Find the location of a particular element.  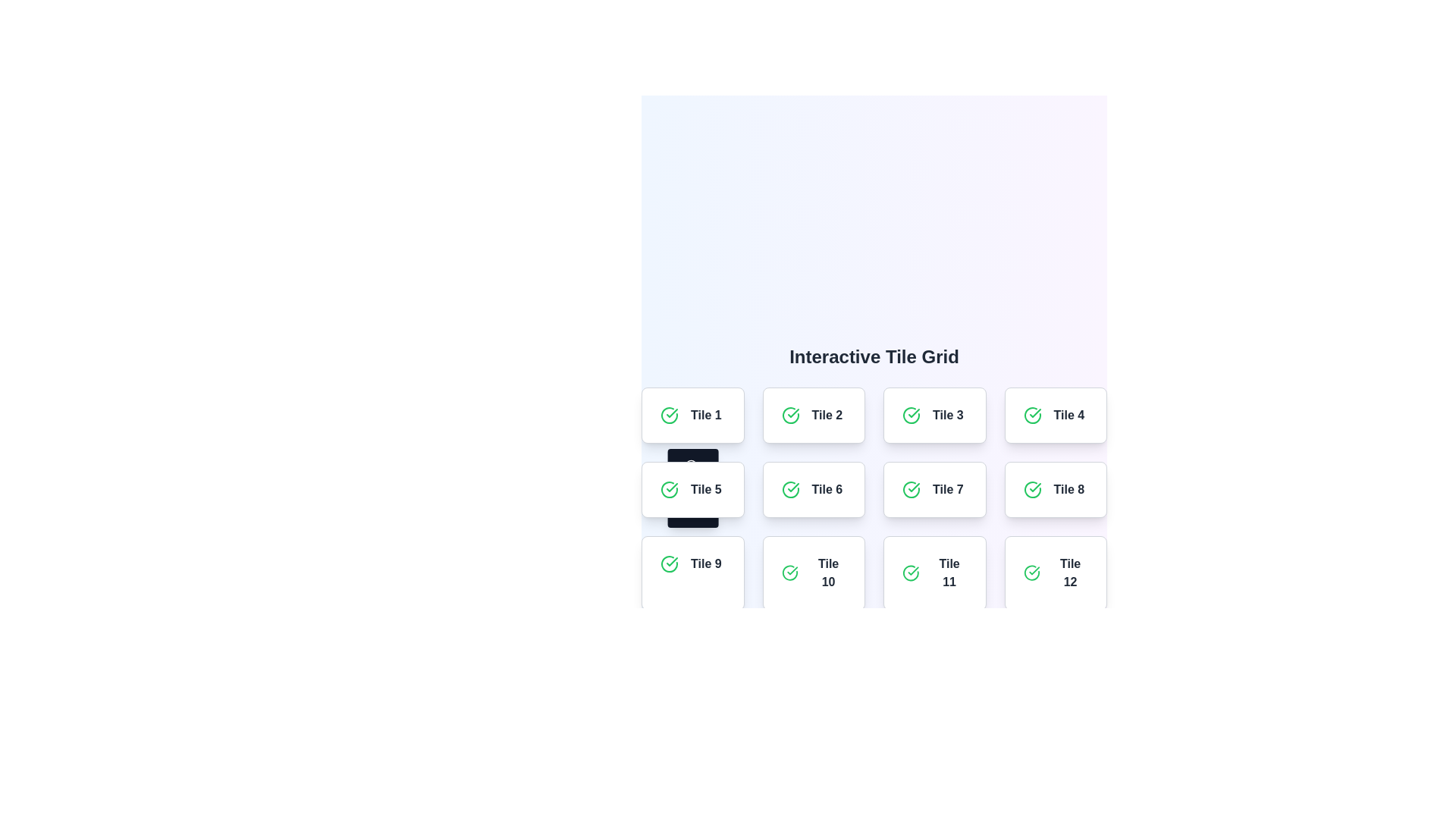

the 'Tile 10' element, which visually represents an item with a completed status indicated by a green checkmark is located at coordinates (813, 573).